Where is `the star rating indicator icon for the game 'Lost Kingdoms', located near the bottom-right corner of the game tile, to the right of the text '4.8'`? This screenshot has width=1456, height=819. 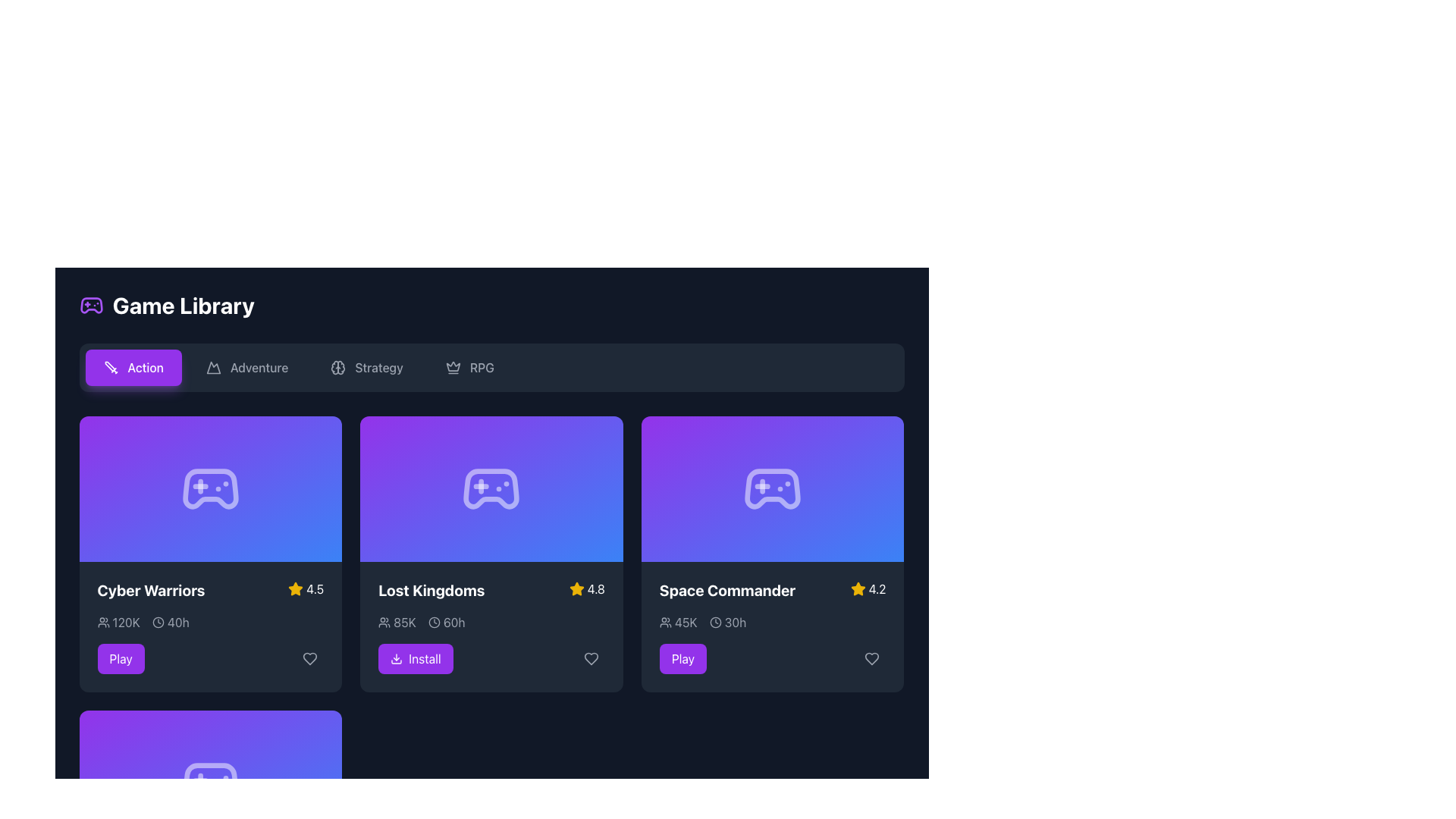
the star rating indicator icon for the game 'Lost Kingdoms', located near the bottom-right corner of the game tile, to the right of the text '4.8' is located at coordinates (296, 588).